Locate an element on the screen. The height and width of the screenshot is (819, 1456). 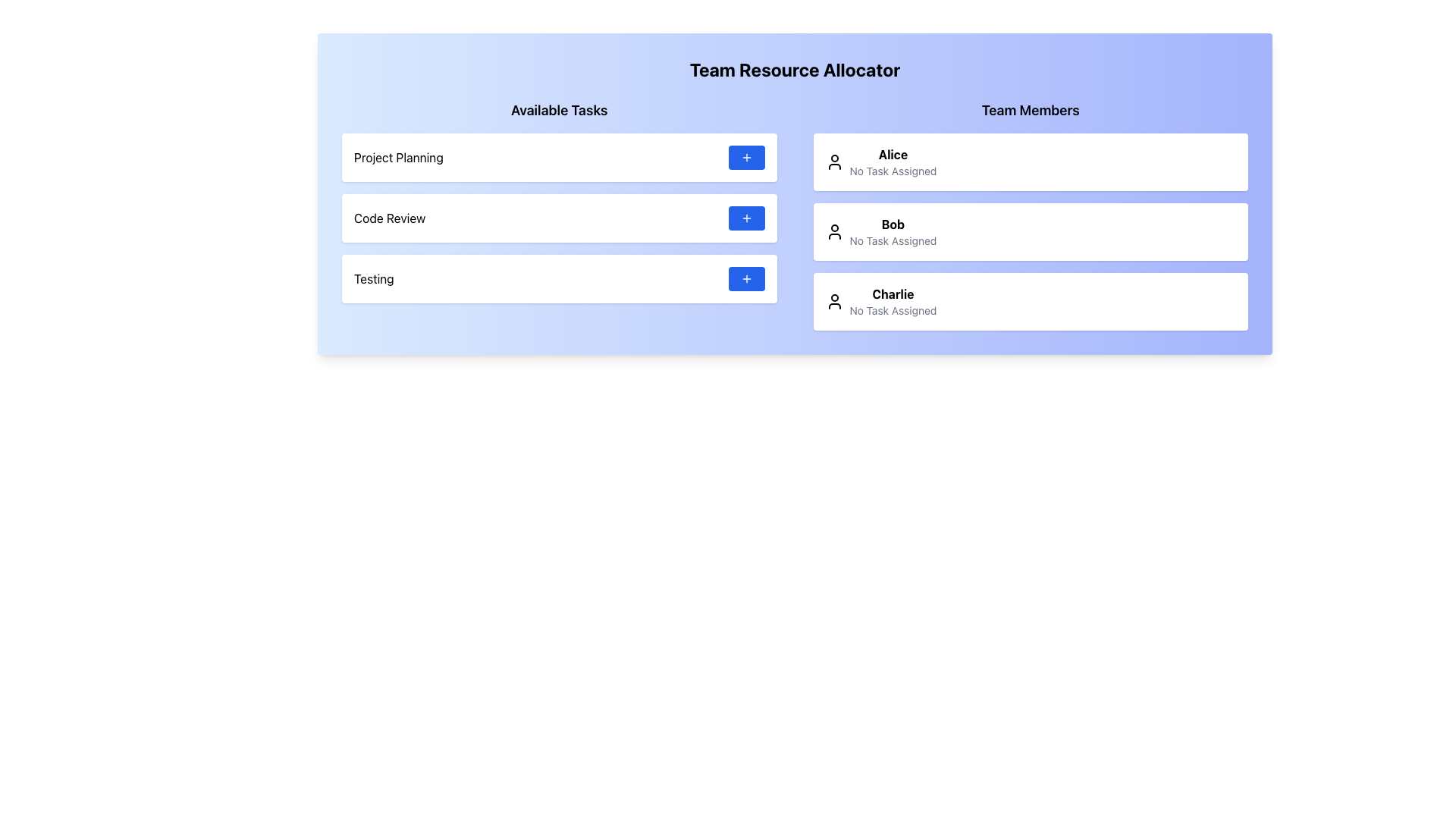
text element displaying 'Bob' in bold, which is the second item in the 'Team Members' list is located at coordinates (893, 231).